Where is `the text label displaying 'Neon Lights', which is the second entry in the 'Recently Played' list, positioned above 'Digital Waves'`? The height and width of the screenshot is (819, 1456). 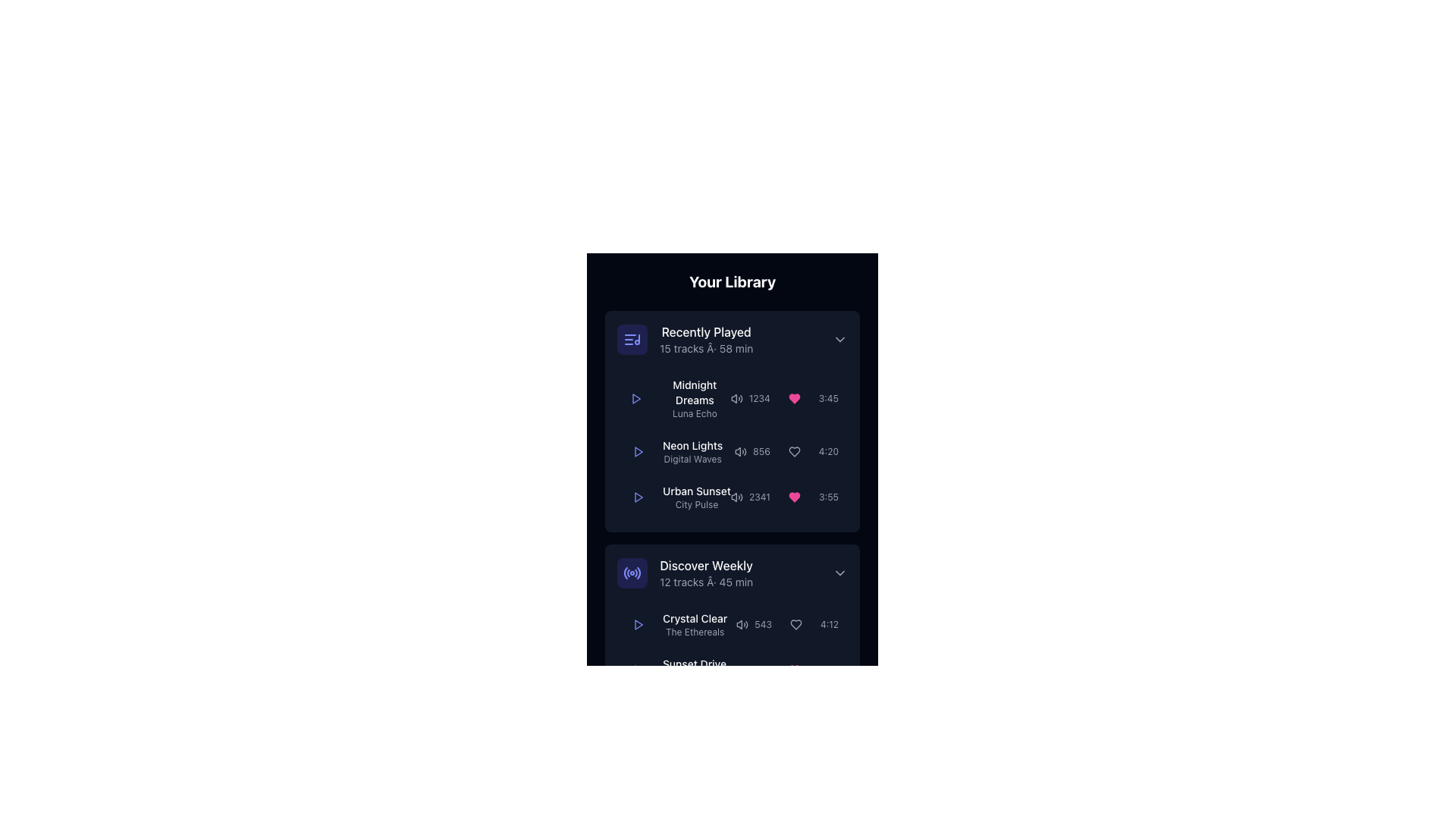 the text label displaying 'Neon Lights', which is the second entry in the 'Recently Played' list, positioned above 'Digital Waves' is located at coordinates (692, 444).